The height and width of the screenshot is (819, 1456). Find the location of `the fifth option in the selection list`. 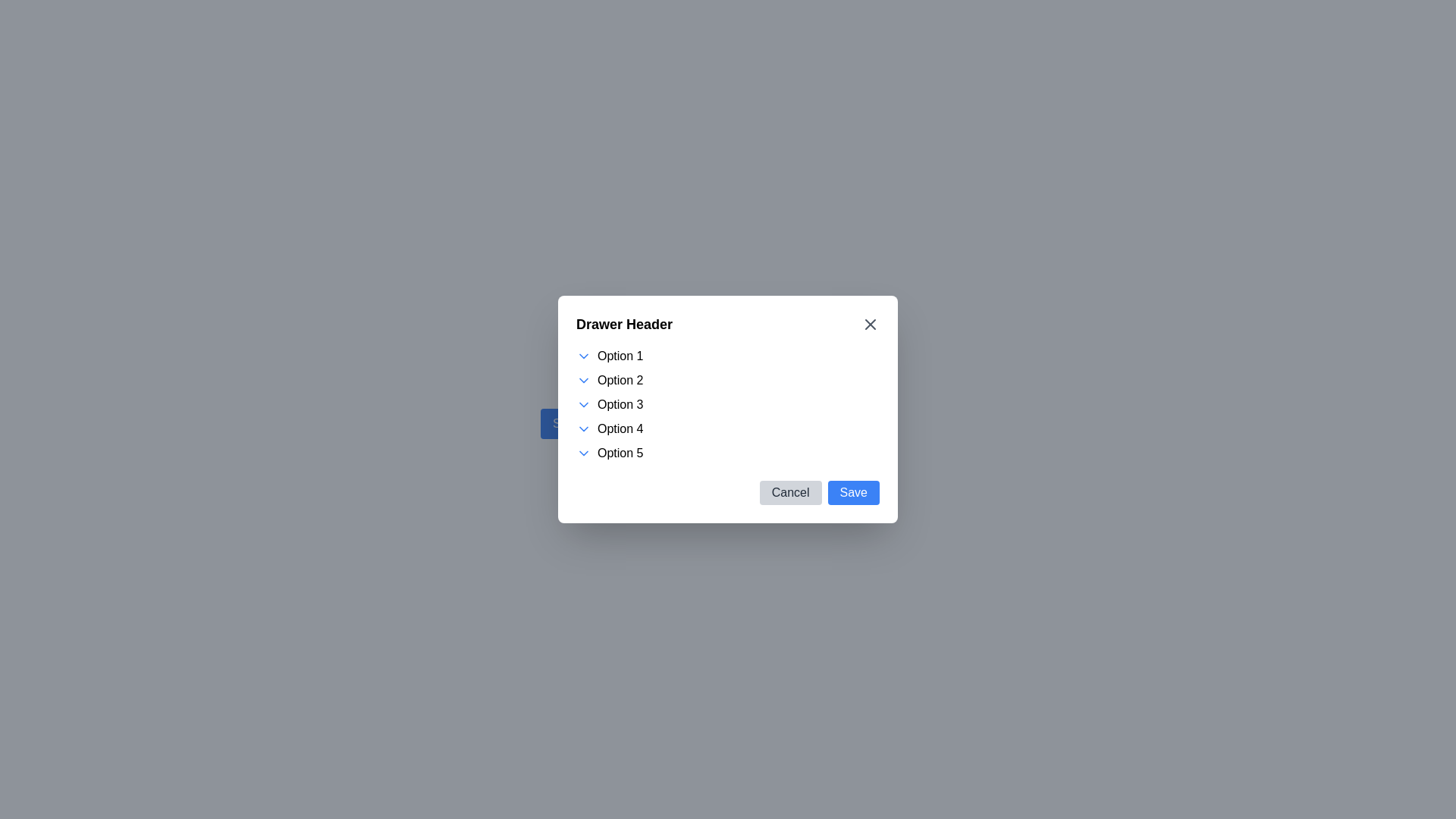

the fifth option in the selection list is located at coordinates (728, 452).